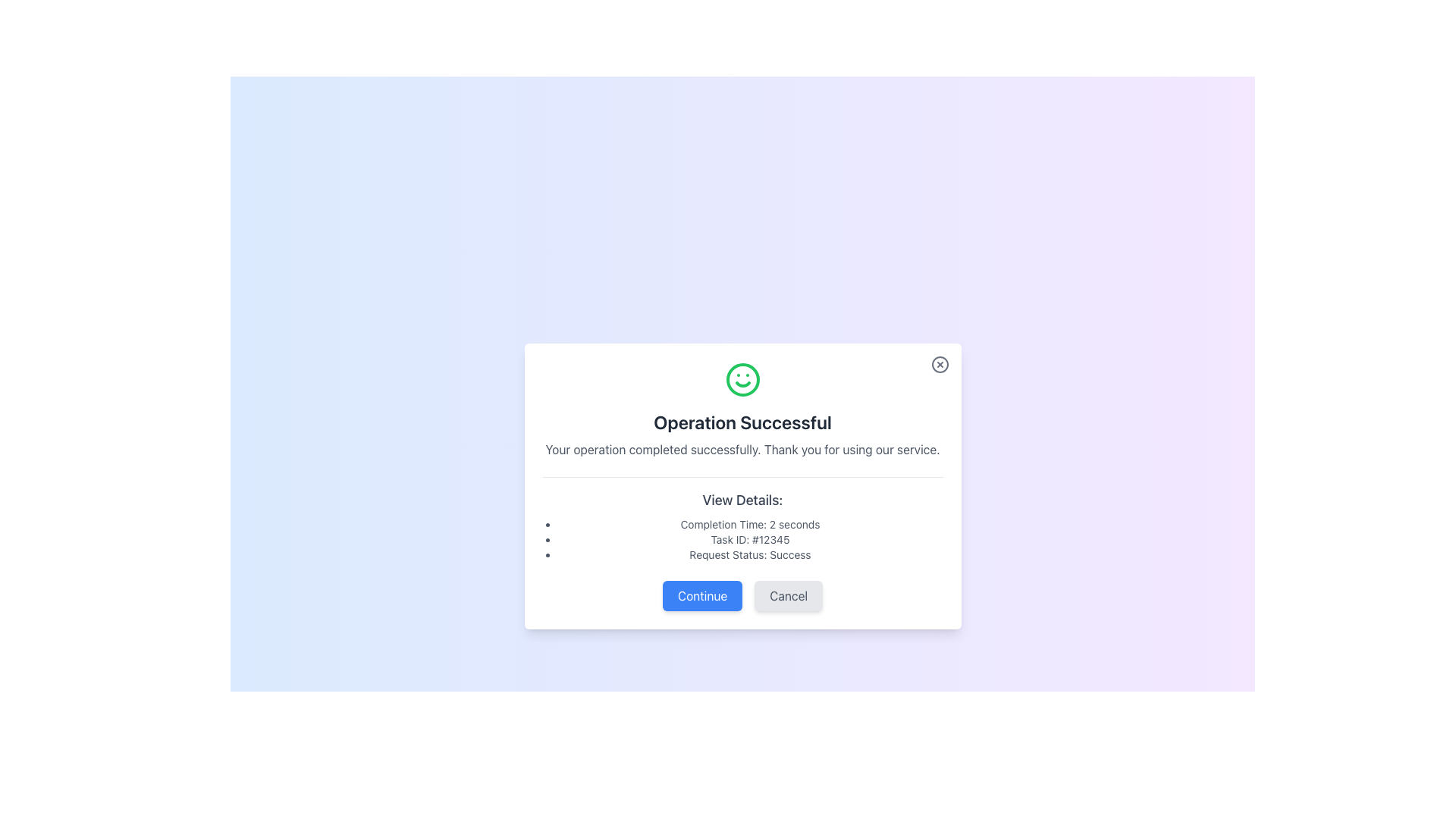  Describe the element at coordinates (701, 595) in the screenshot. I see `the rectangular blue button labeled 'Continue' to apply focus ring styling` at that location.